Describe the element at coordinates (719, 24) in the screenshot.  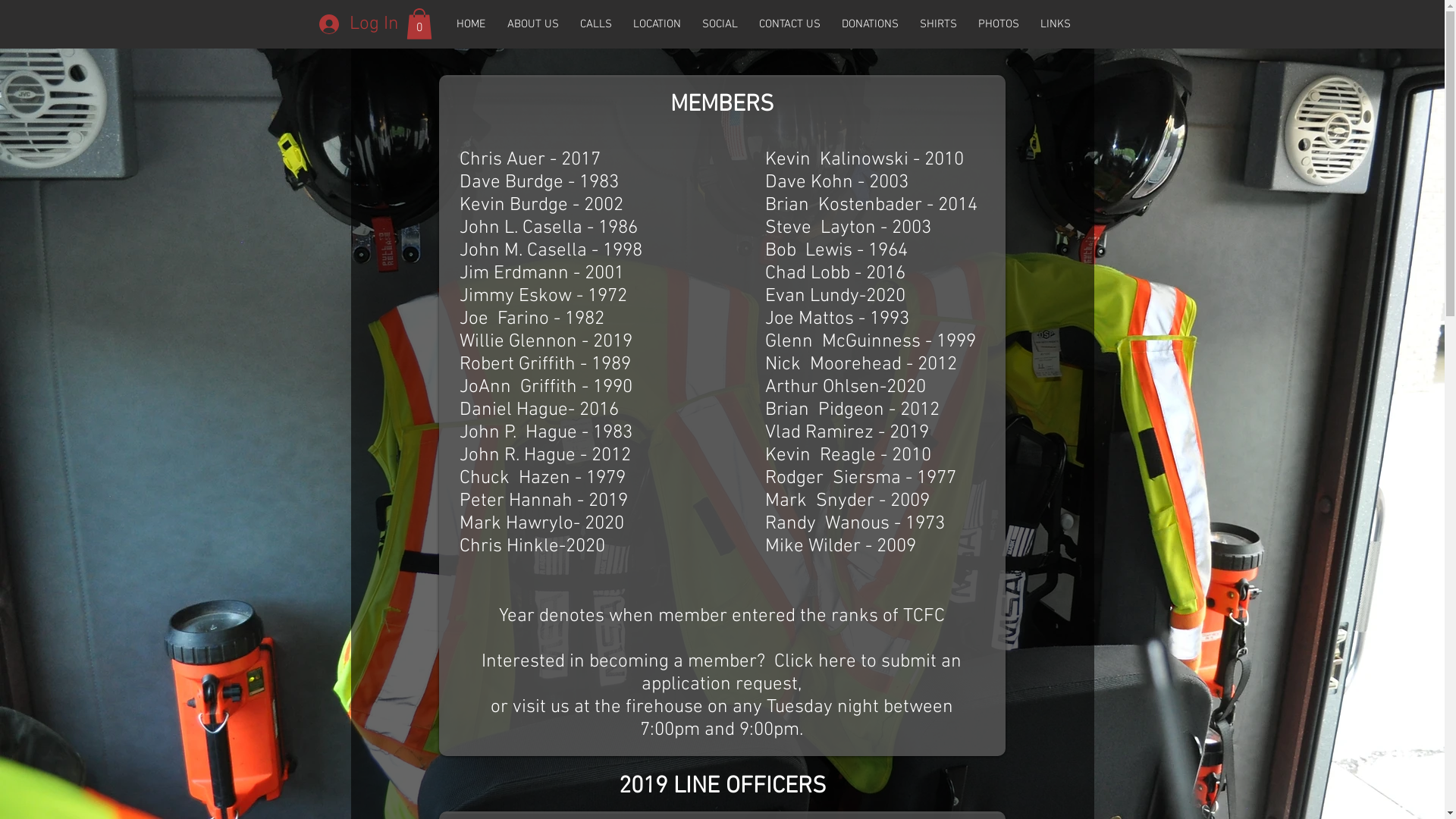
I see `'SOCIAL'` at that location.